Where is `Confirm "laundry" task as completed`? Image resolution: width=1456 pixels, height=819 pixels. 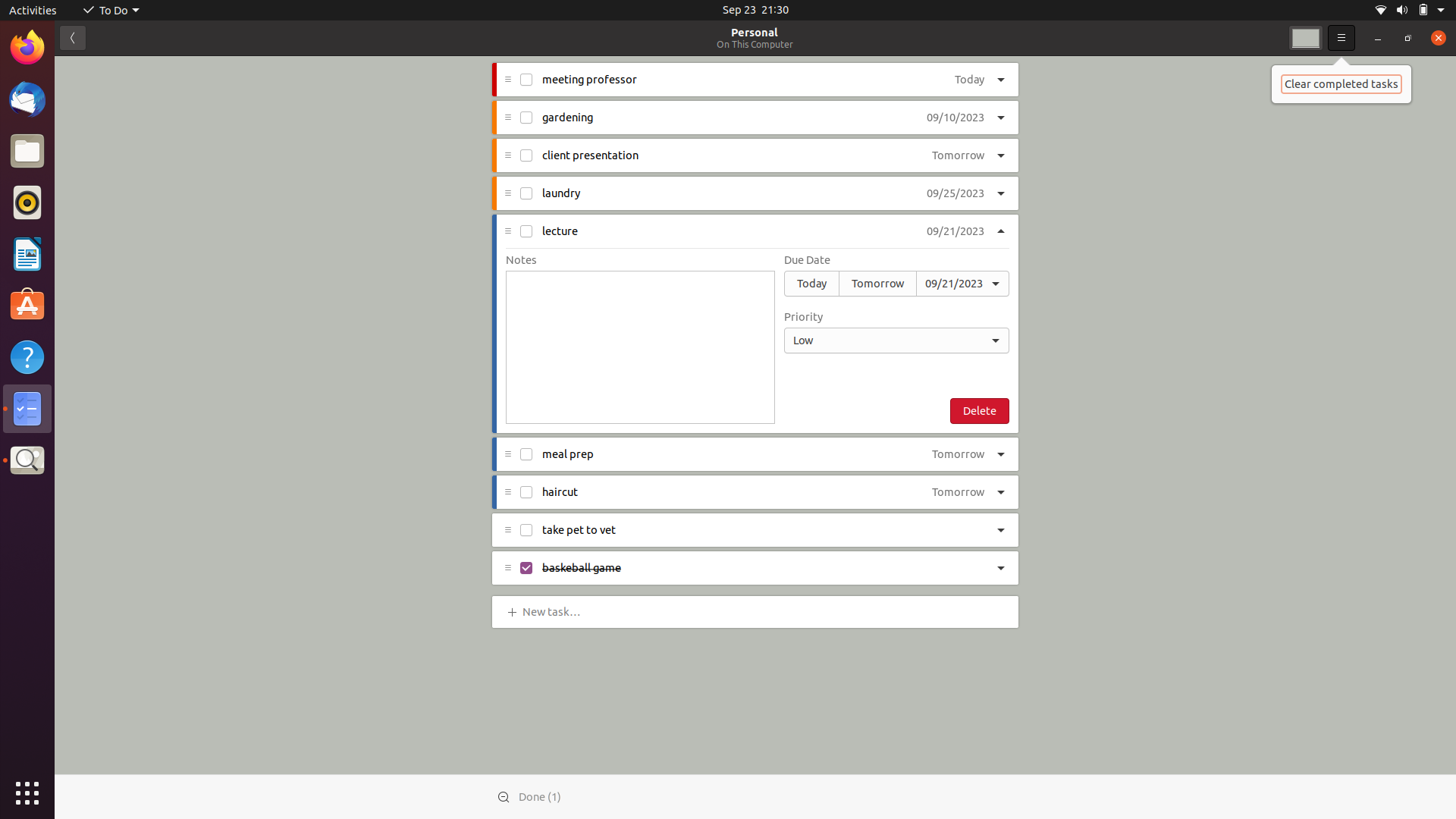
Confirm "laundry" task as completed is located at coordinates (527, 192).